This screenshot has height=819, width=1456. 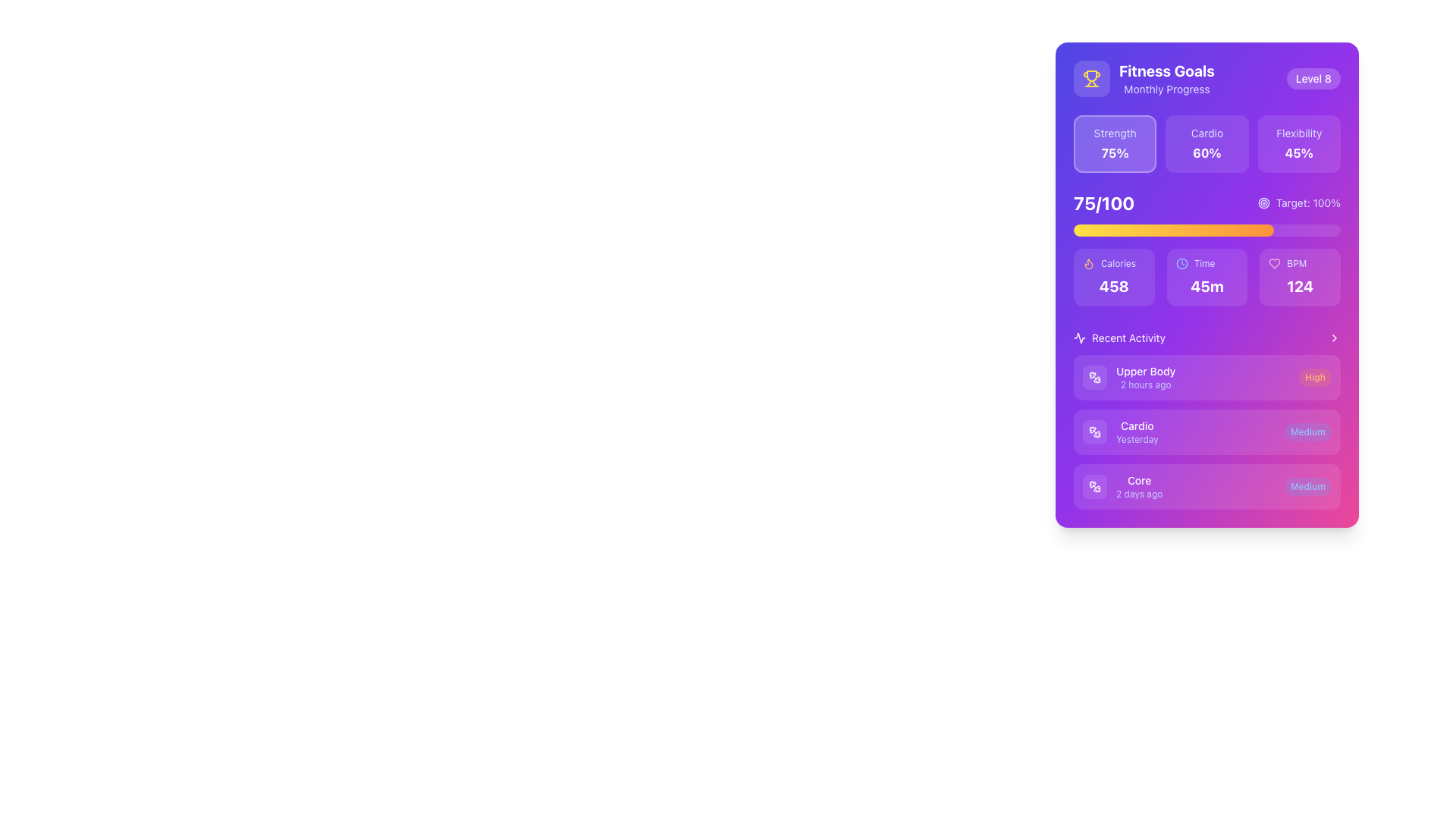 What do you see at coordinates (1313, 79) in the screenshot?
I see `the label indicating the user's current level, located in the top-right corner of the 'Fitness Goals' card, aligned with the title and subtitle` at bounding box center [1313, 79].